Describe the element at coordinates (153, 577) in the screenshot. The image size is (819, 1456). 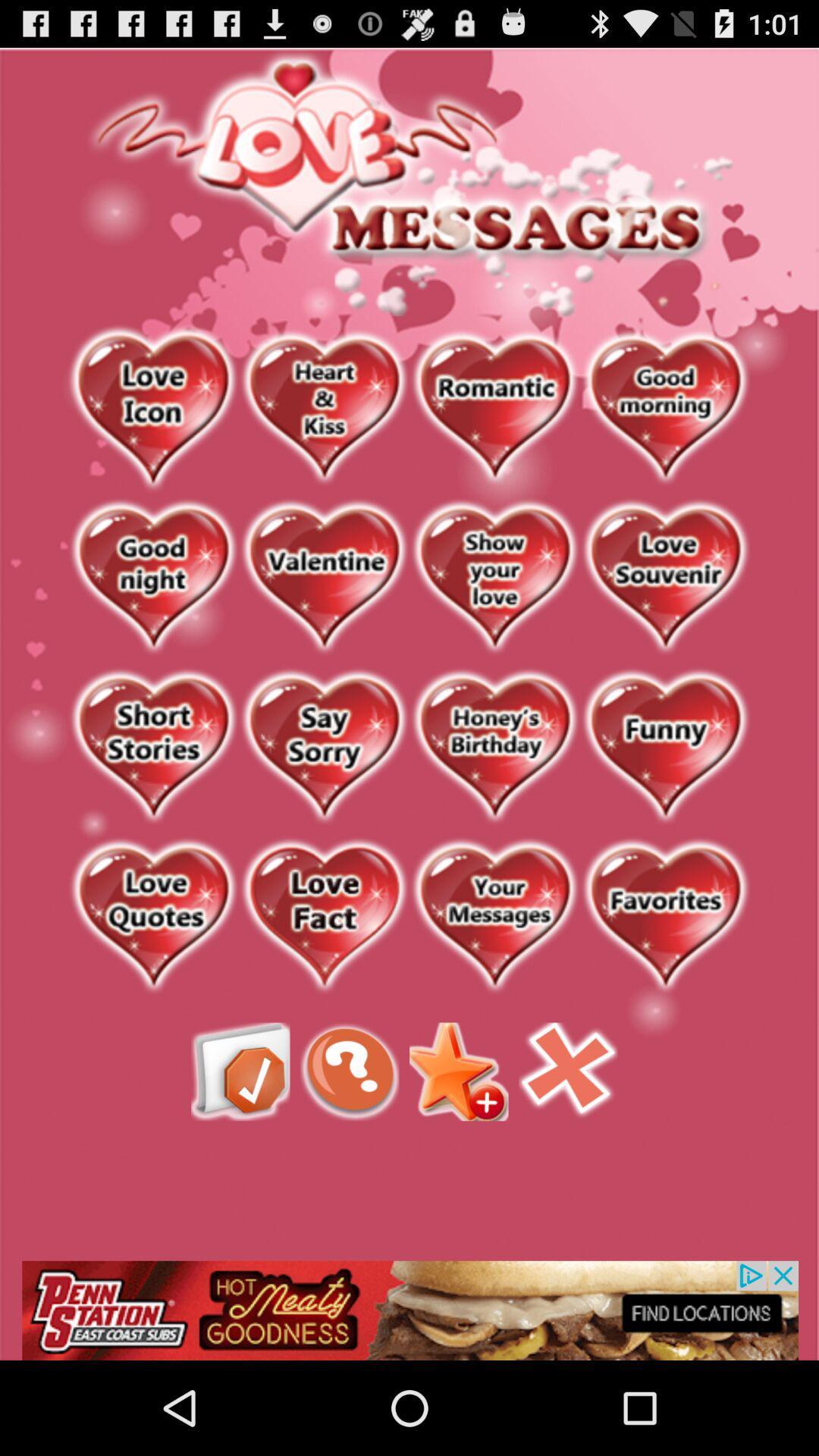
I see `good night` at that location.